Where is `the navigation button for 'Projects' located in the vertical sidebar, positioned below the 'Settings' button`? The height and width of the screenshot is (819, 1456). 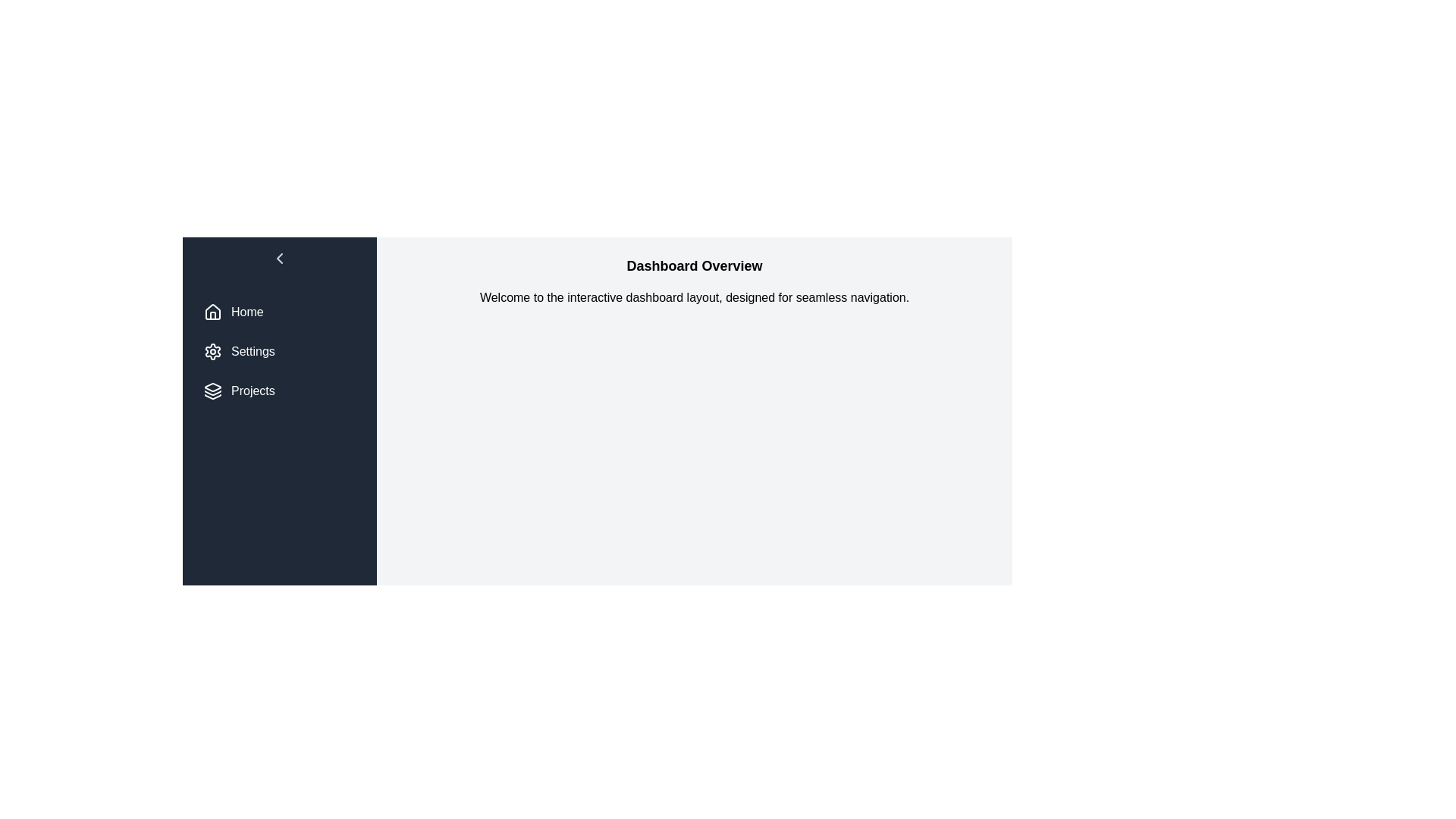 the navigation button for 'Projects' located in the vertical sidebar, positioned below the 'Settings' button is located at coordinates (280, 391).